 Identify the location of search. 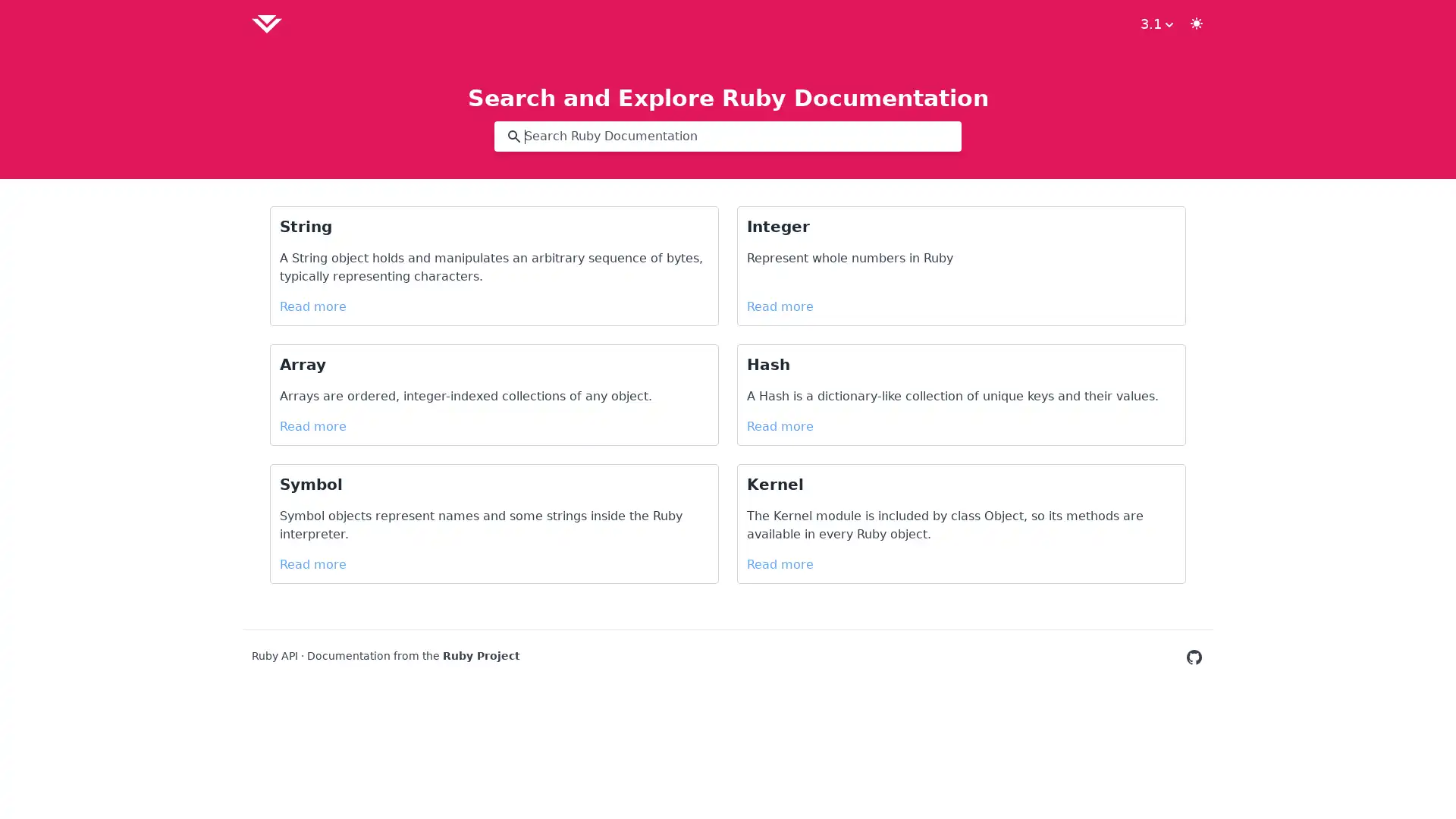
(513, 136).